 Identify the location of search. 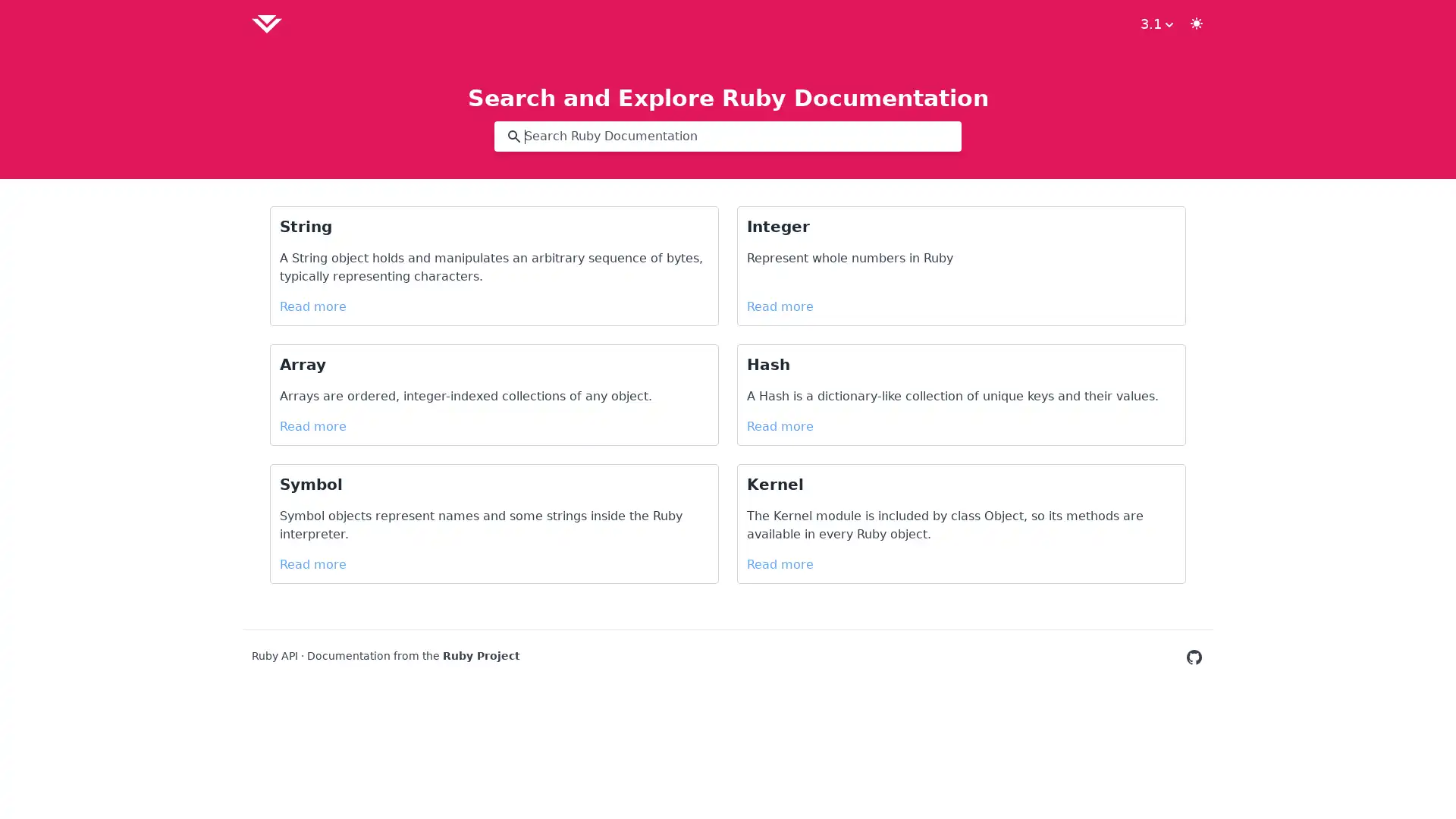
(513, 136).